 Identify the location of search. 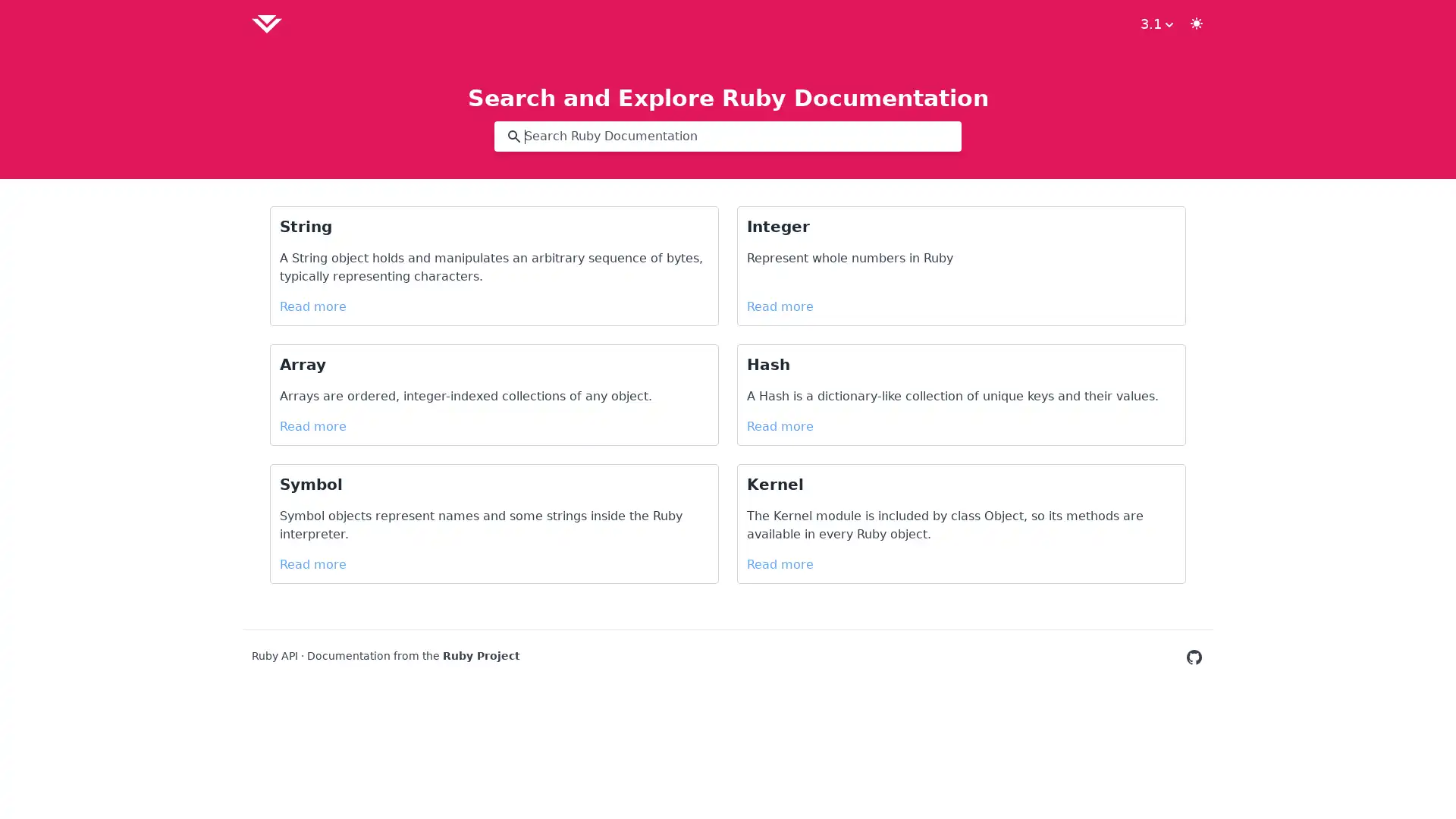
(513, 136).